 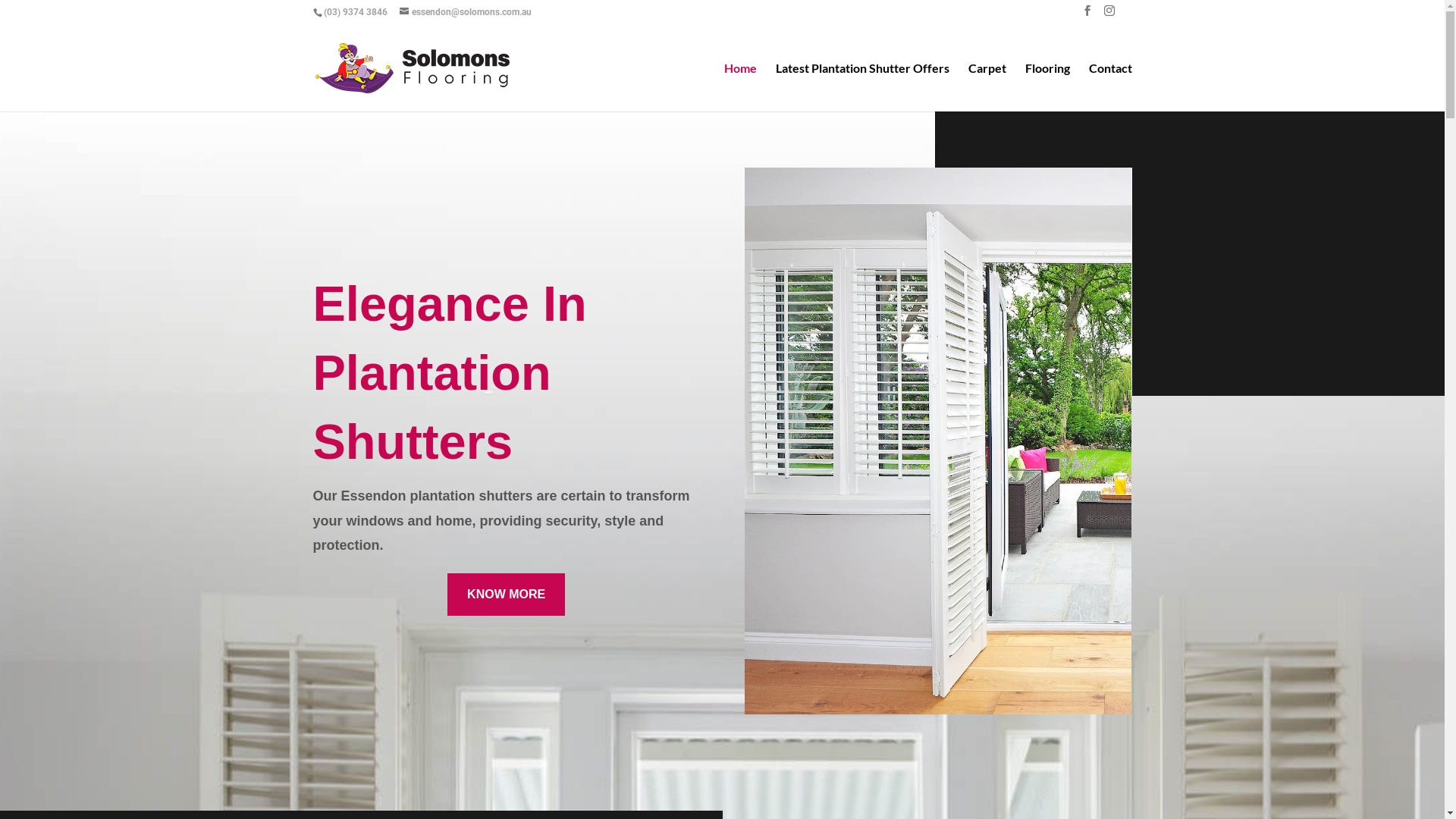 What do you see at coordinates (1046, 86) in the screenshot?
I see `'Flooring'` at bounding box center [1046, 86].